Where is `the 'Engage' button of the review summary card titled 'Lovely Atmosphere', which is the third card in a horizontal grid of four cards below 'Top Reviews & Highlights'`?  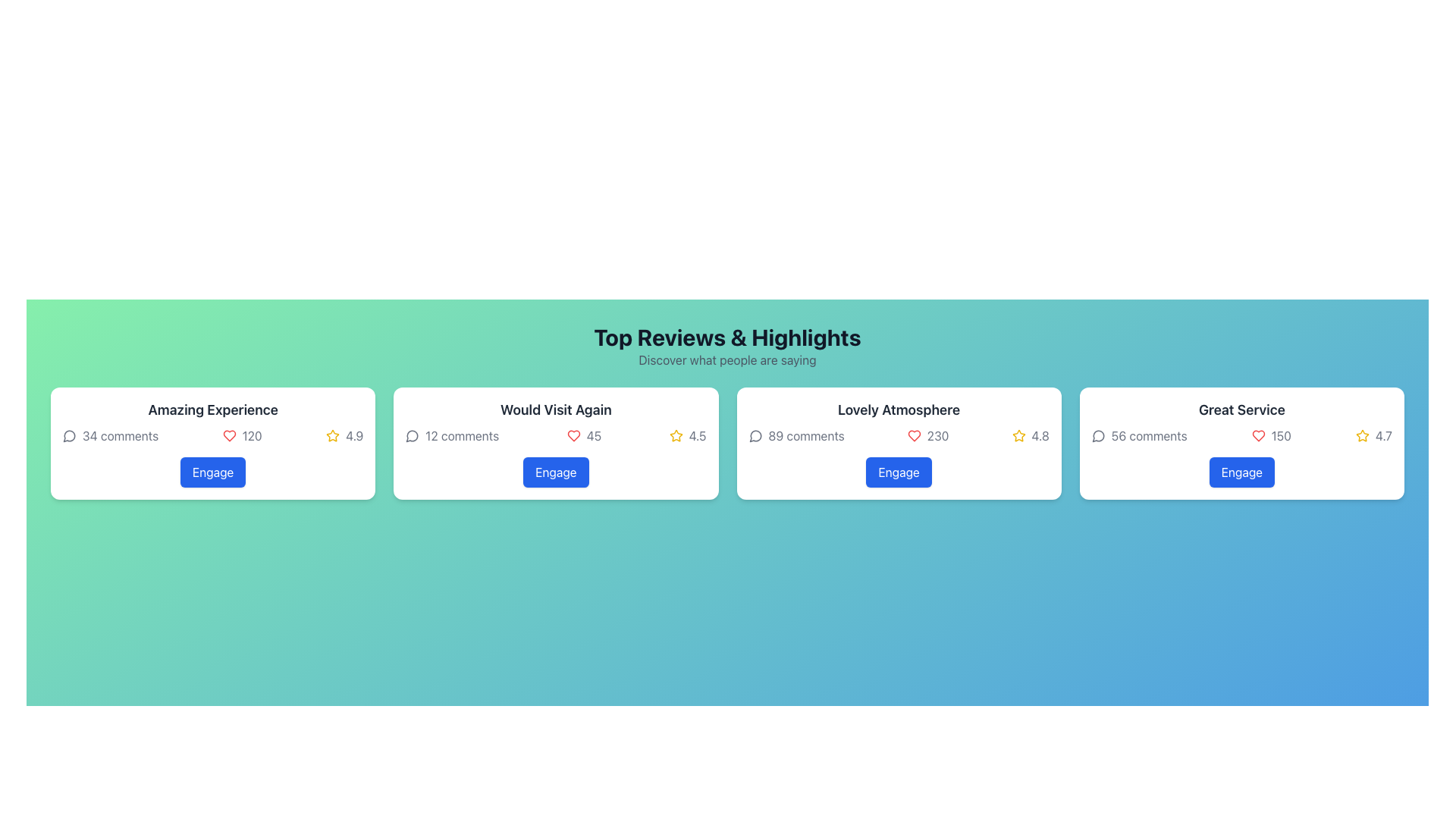
the 'Engage' button of the review summary card titled 'Lovely Atmosphere', which is the third card in a horizontal grid of four cards below 'Top Reviews & Highlights' is located at coordinates (899, 444).